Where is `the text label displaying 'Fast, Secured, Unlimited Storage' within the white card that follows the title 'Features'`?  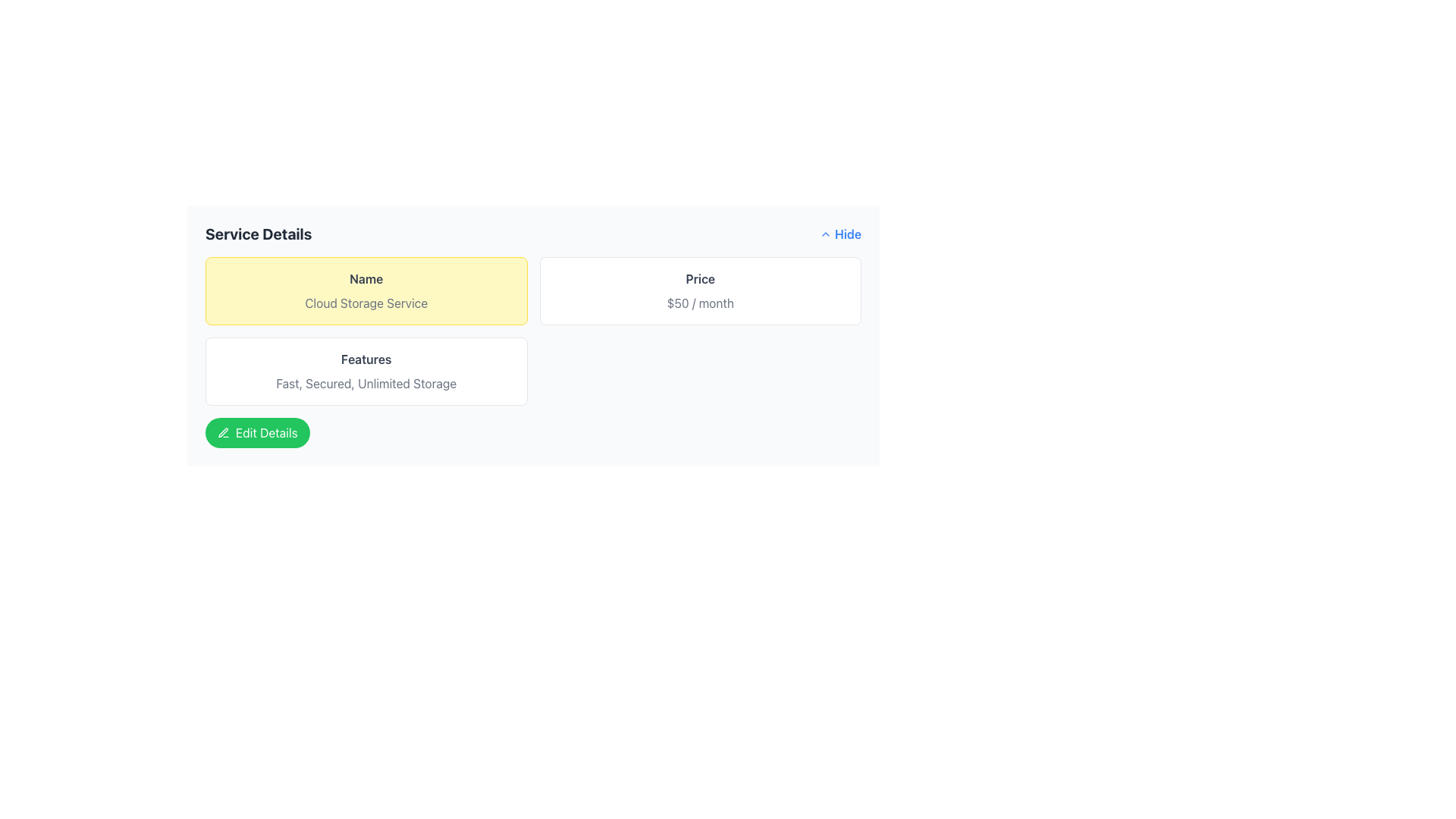 the text label displaying 'Fast, Secured, Unlimited Storage' within the white card that follows the title 'Features' is located at coordinates (366, 382).